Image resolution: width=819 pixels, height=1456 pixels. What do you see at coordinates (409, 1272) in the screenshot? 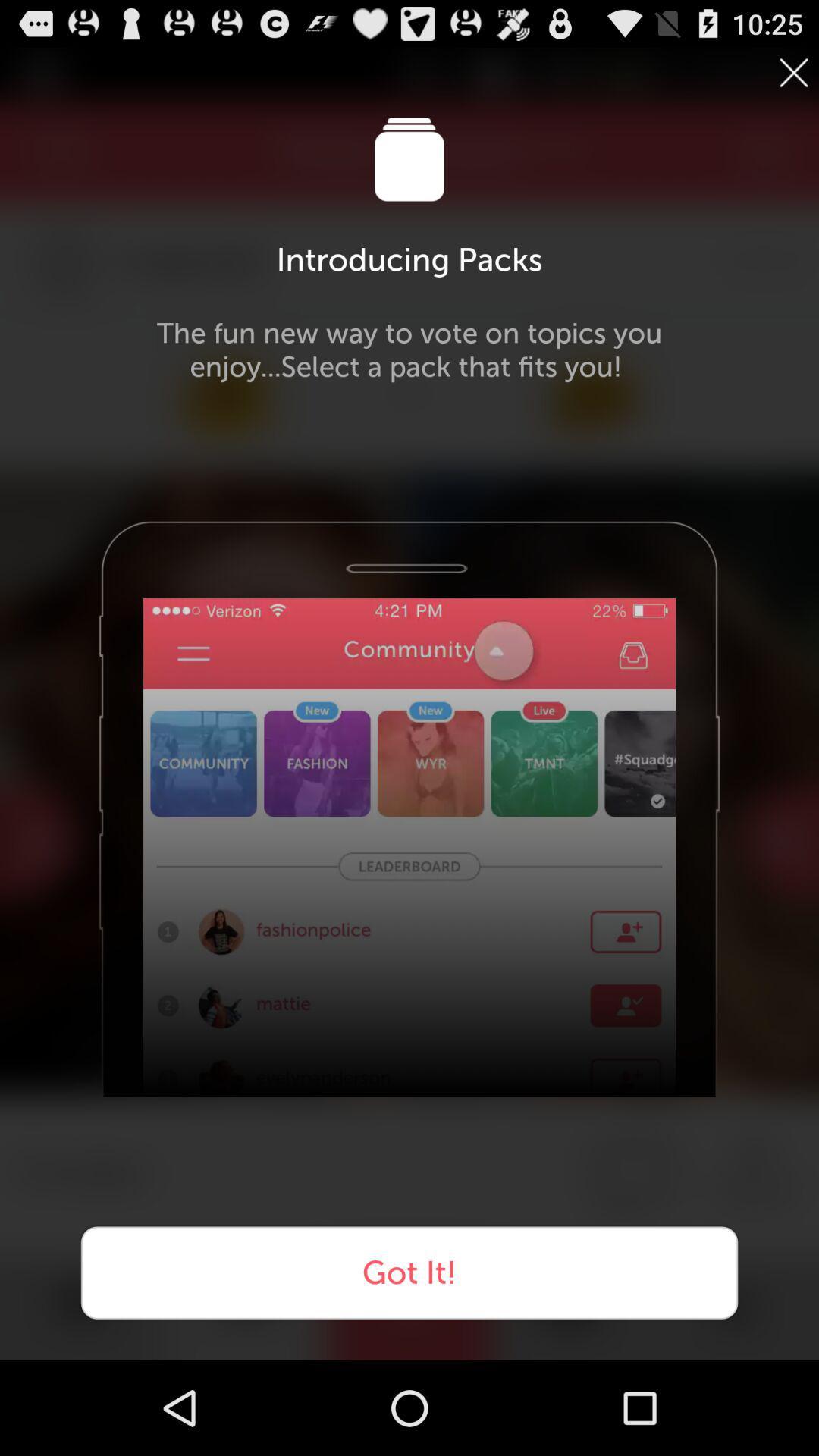
I see `the icon at the bottom` at bounding box center [409, 1272].